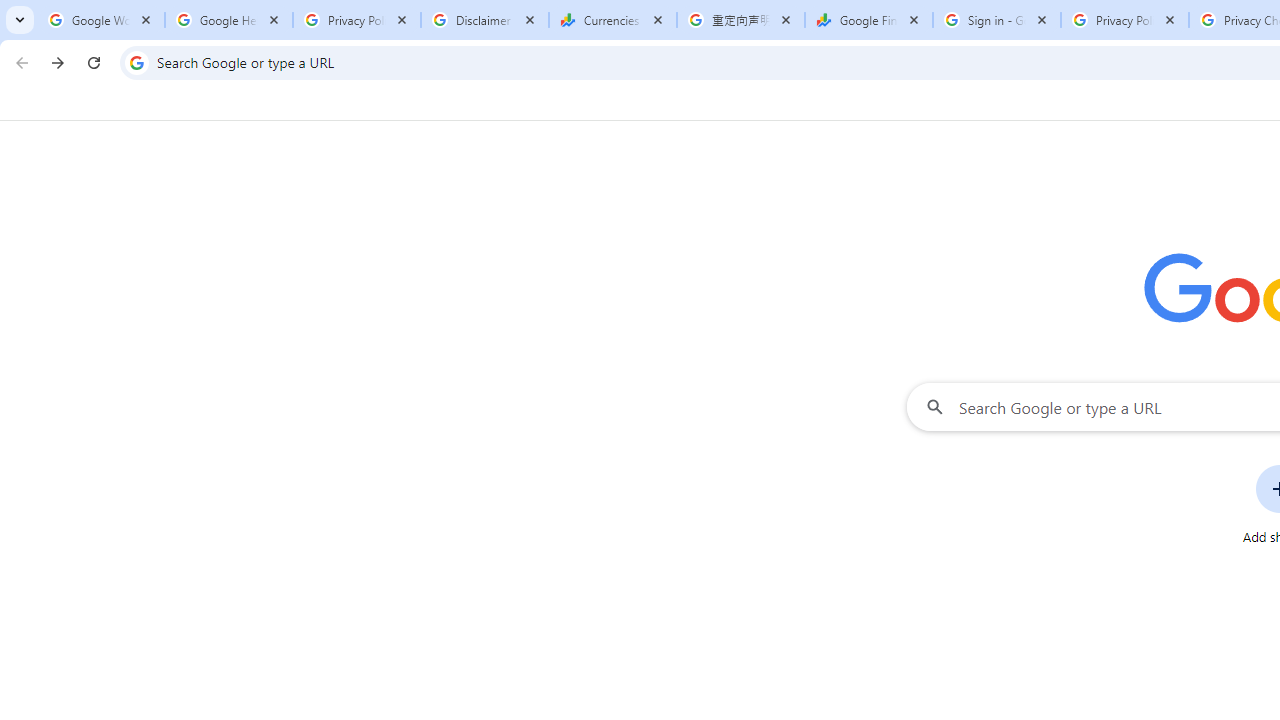 This screenshot has height=720, width=1280. Describe the element at coordinates (93, 61) in the screenshot. I see `'Reload'` at that location.